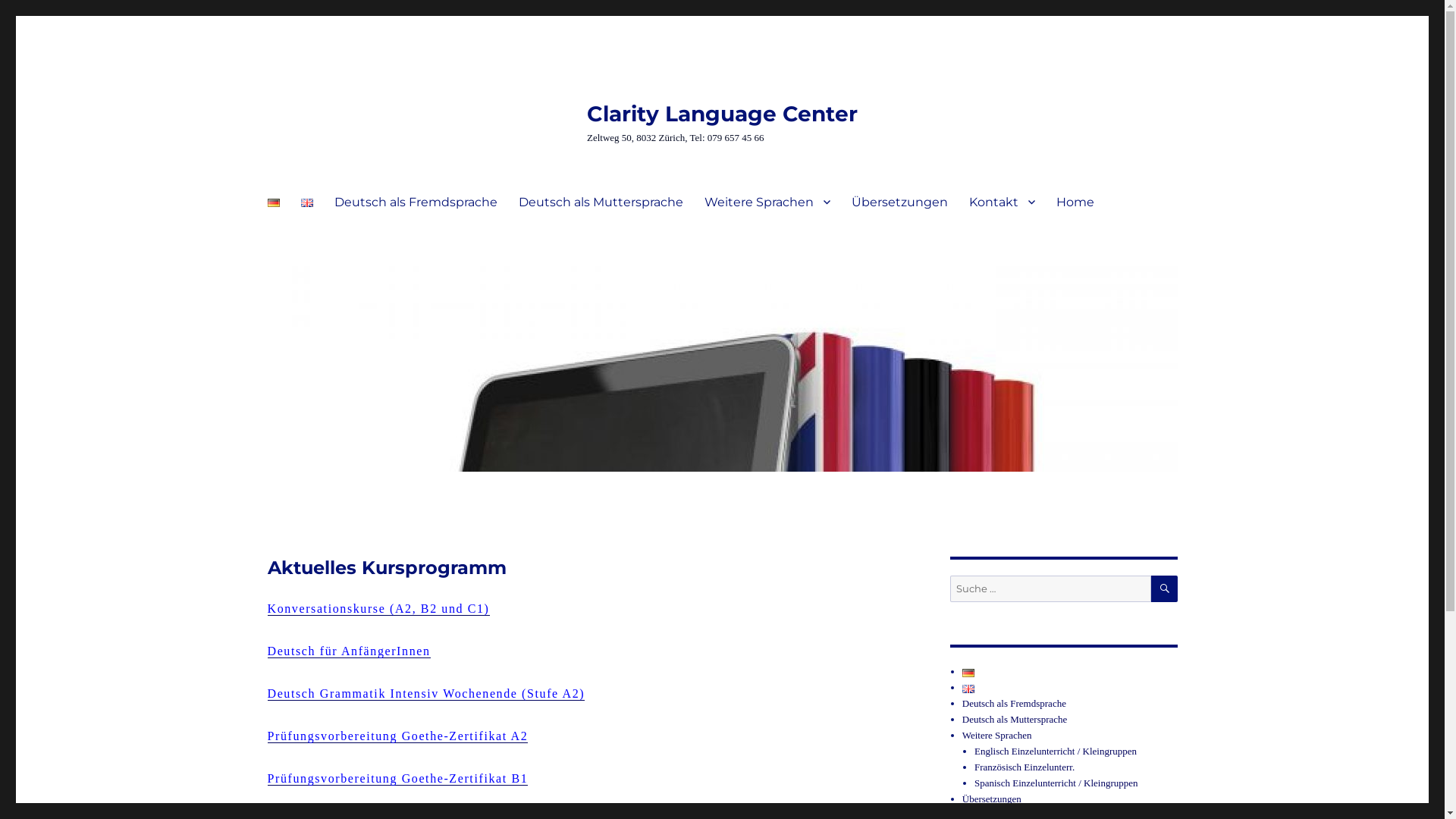  What do you see at coordinates (1014, 703) in the screenshot?
I see `'Deutsch als Fremdsprache'` at bounding box center [1014, 703].